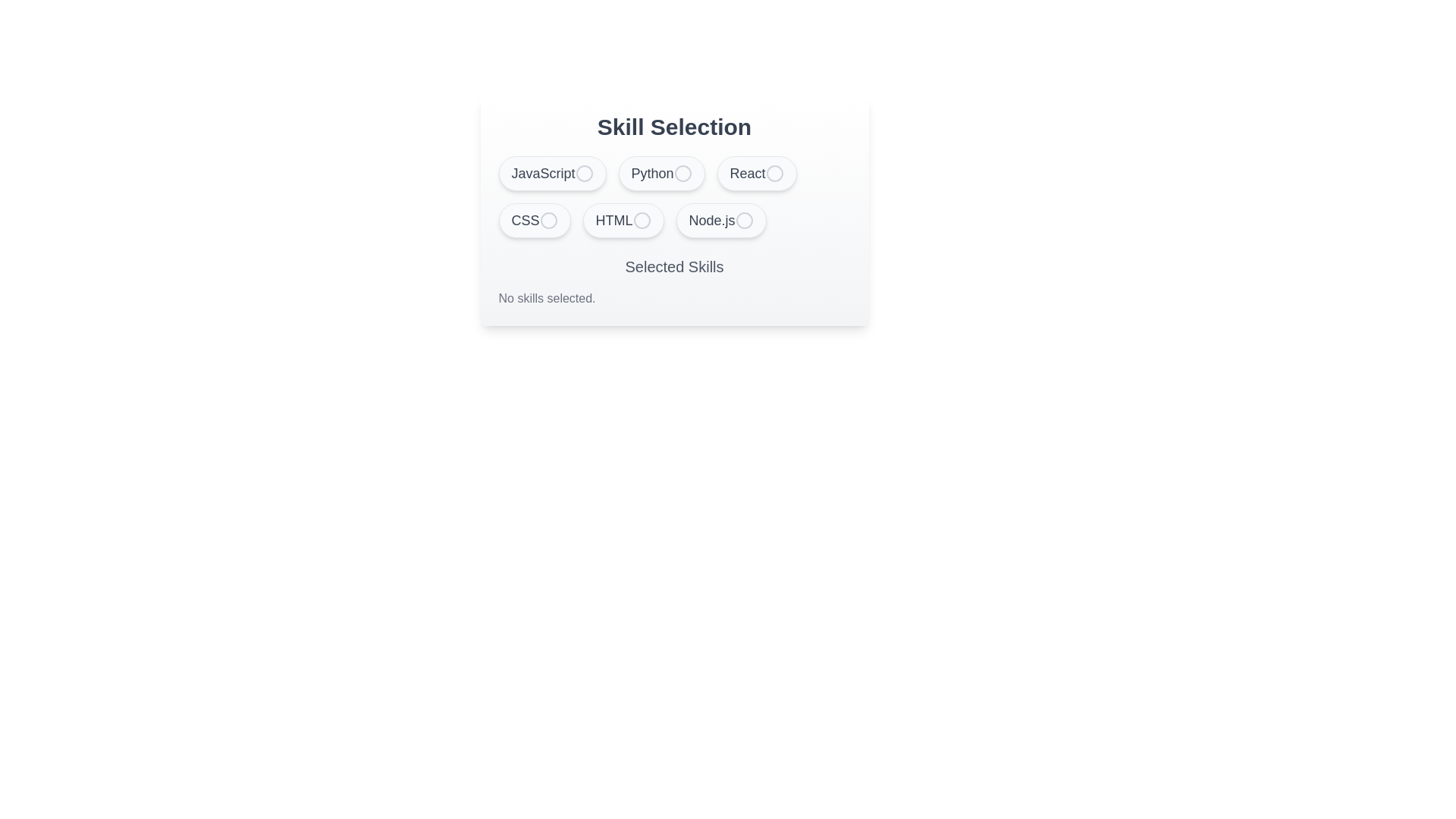 Image resolution: width=1456 pixels, height=819 pixels. I want to click on the unselected radio button indicator for 'JavaScript' skill selection, so click(583, 172).